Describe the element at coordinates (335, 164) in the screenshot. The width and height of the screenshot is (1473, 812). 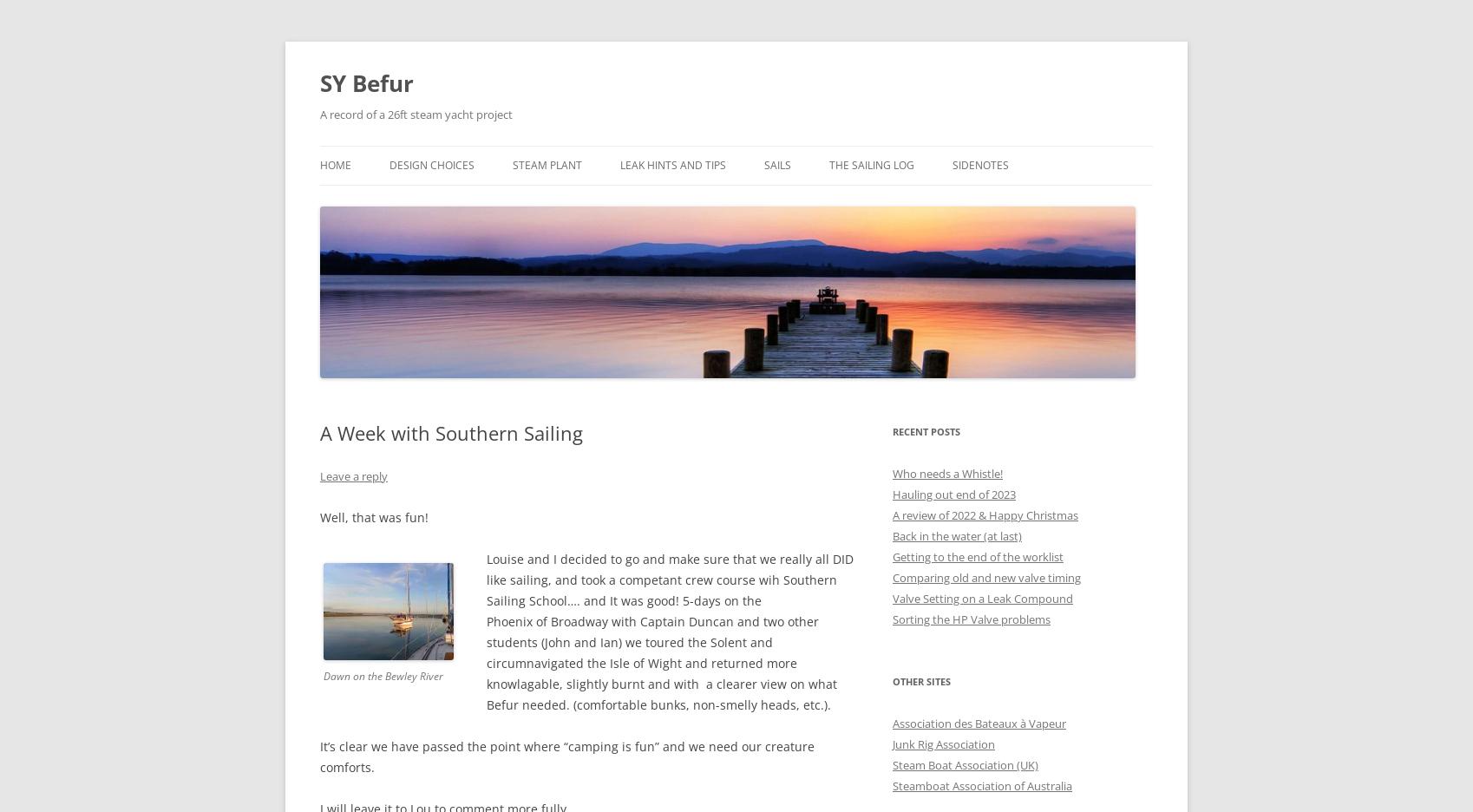
I see `'Home'` at that location.